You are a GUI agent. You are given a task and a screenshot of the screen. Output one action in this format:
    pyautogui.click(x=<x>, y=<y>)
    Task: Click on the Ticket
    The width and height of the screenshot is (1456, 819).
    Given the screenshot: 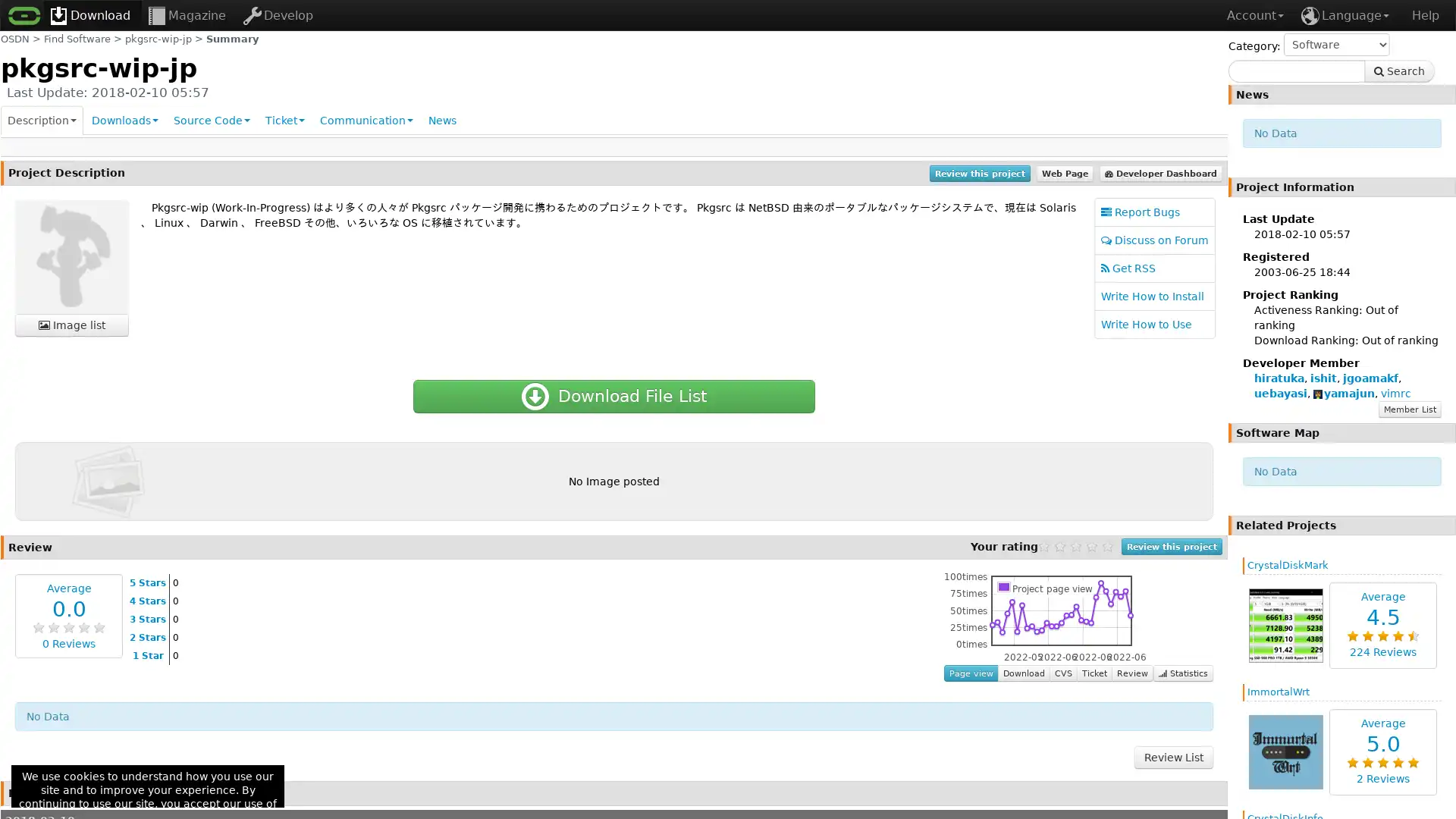 What is the action you would take?
    pyautogui.click(x=1094, y=672)
    